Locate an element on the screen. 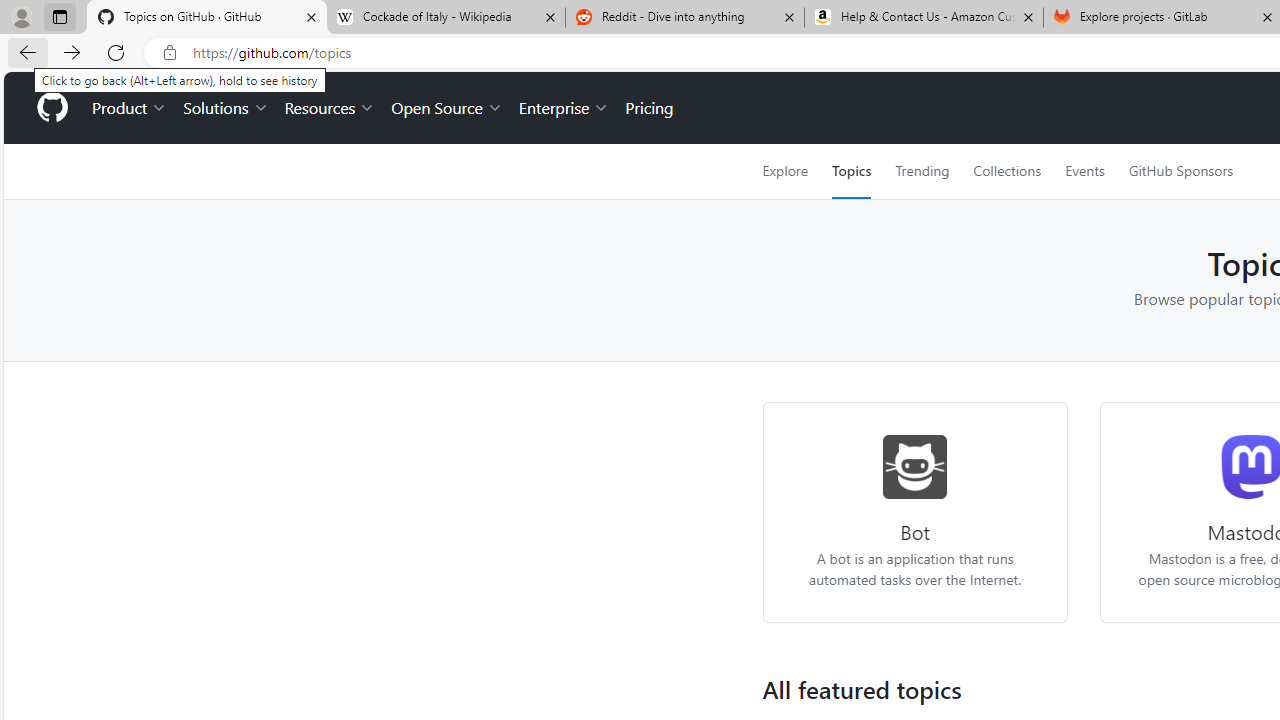 This screenshot has width=1280, height=720. 'Homepage' is located at coordinates (51, 108).